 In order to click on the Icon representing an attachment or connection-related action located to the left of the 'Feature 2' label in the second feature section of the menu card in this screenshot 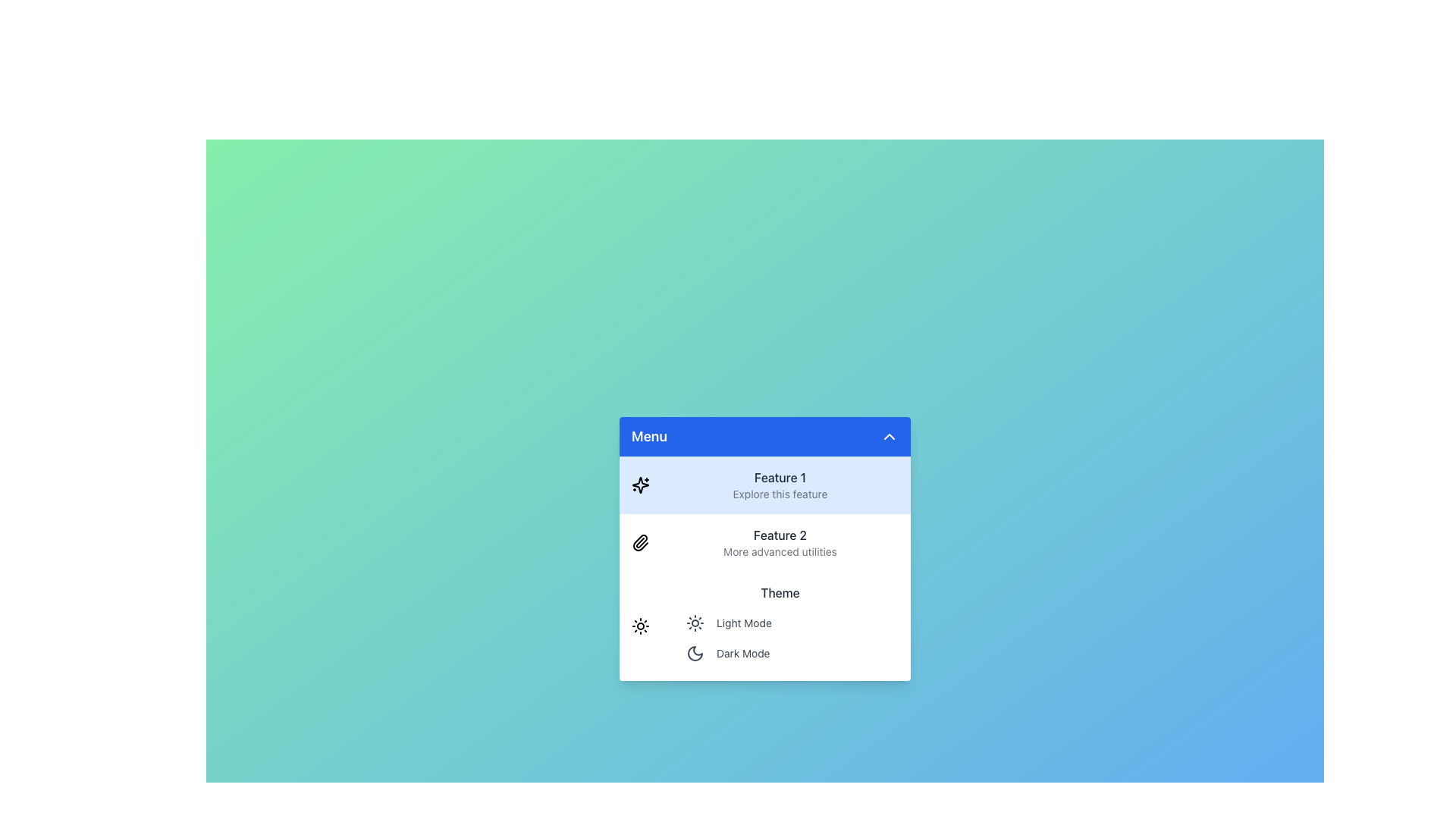, I will do `click(640, 542)`.